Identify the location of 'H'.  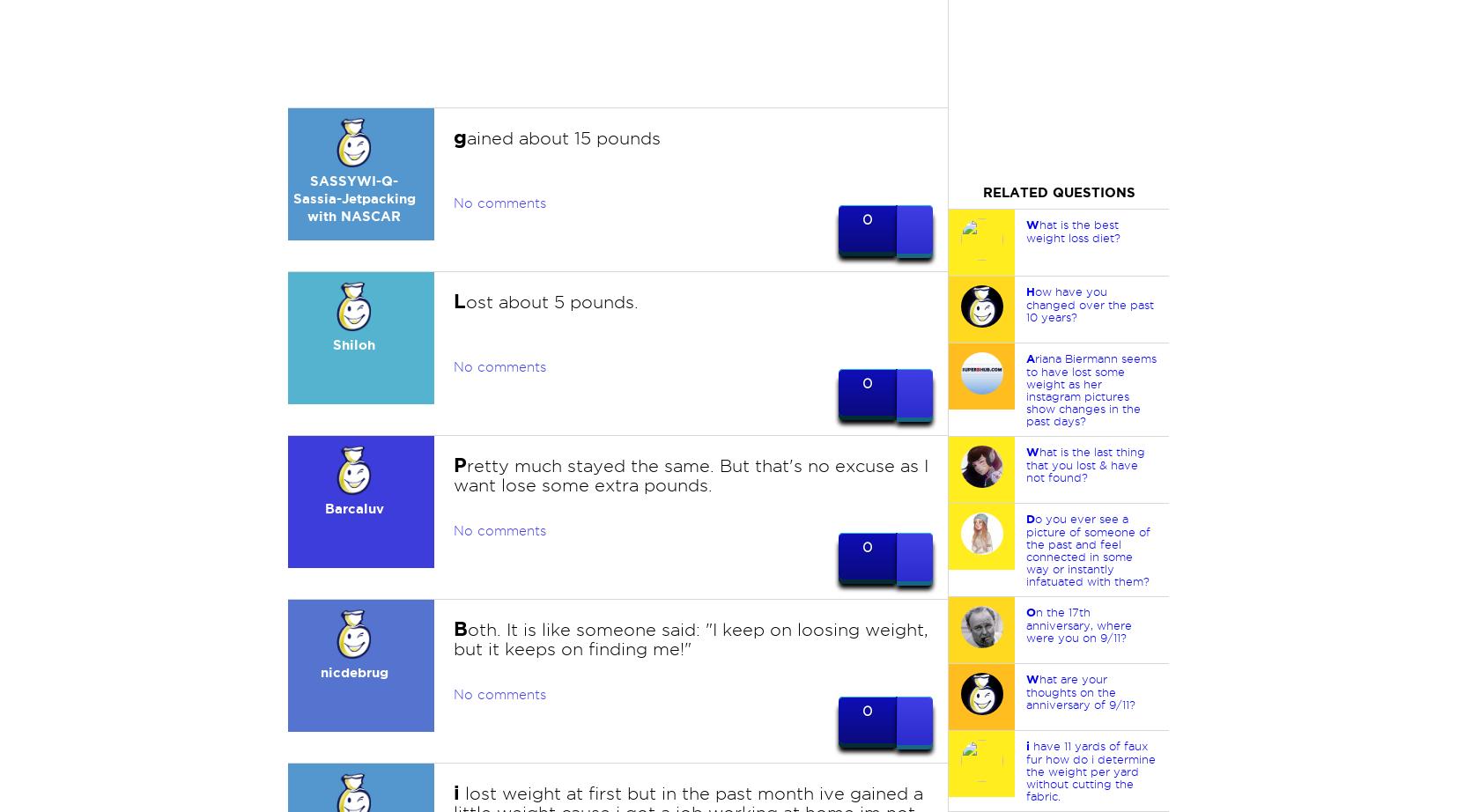
(1029, 291).